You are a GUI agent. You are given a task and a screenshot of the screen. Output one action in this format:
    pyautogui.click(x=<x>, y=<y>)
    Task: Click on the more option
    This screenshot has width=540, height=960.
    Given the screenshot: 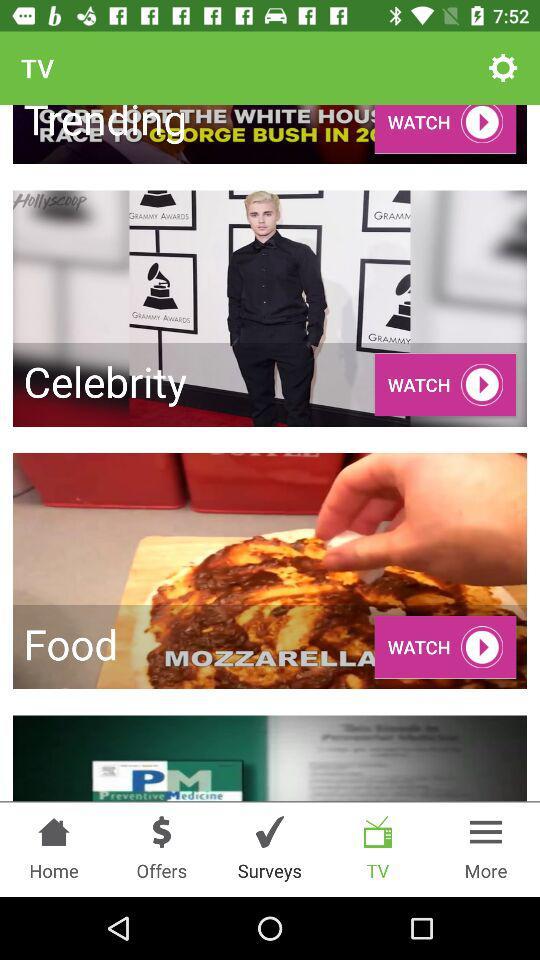 What is the action you would take?
    pyautogui.click(x=485, y=848)
    